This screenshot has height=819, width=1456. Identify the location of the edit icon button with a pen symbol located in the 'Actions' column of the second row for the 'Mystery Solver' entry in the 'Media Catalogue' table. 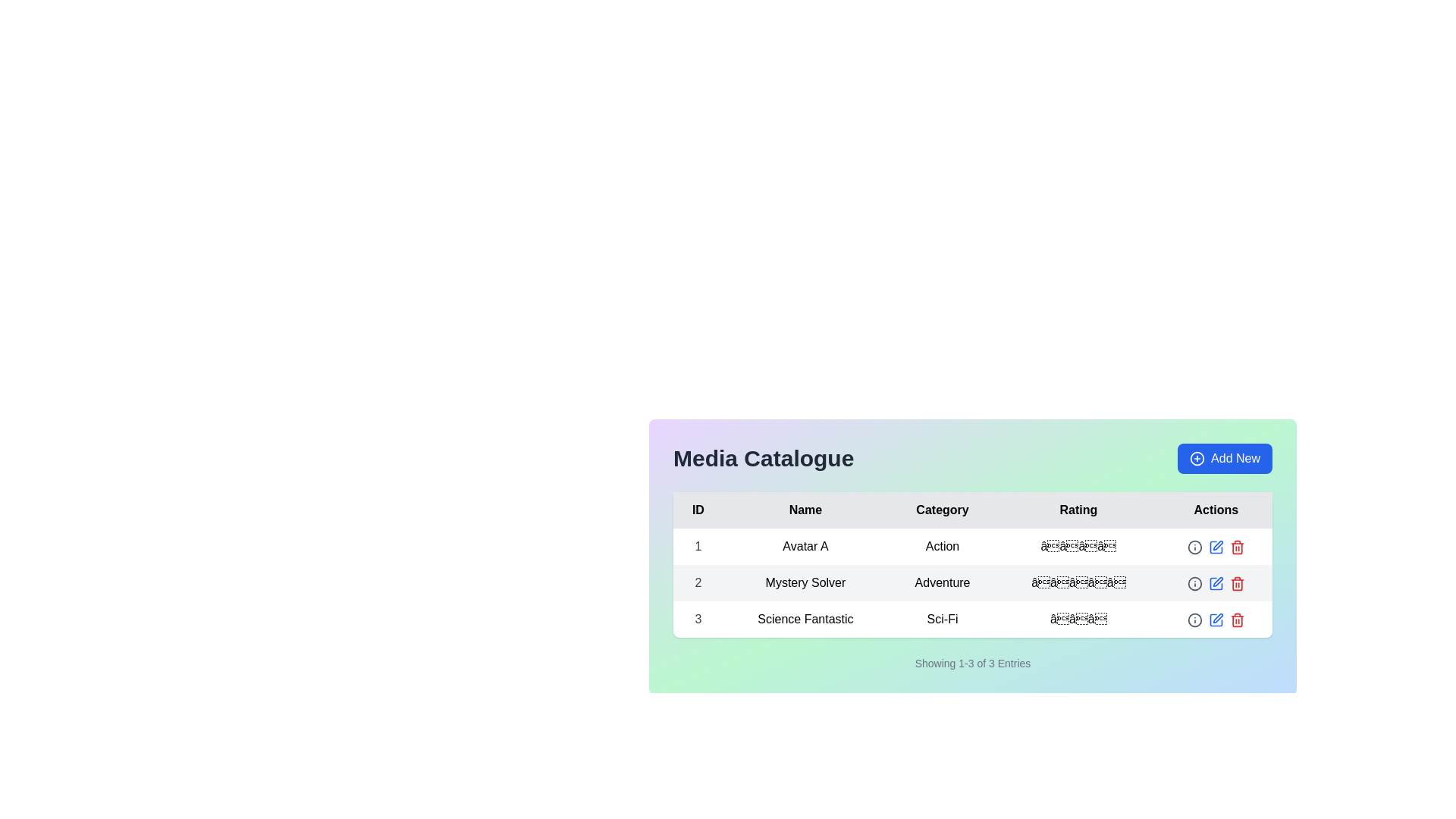
(1216, 582).